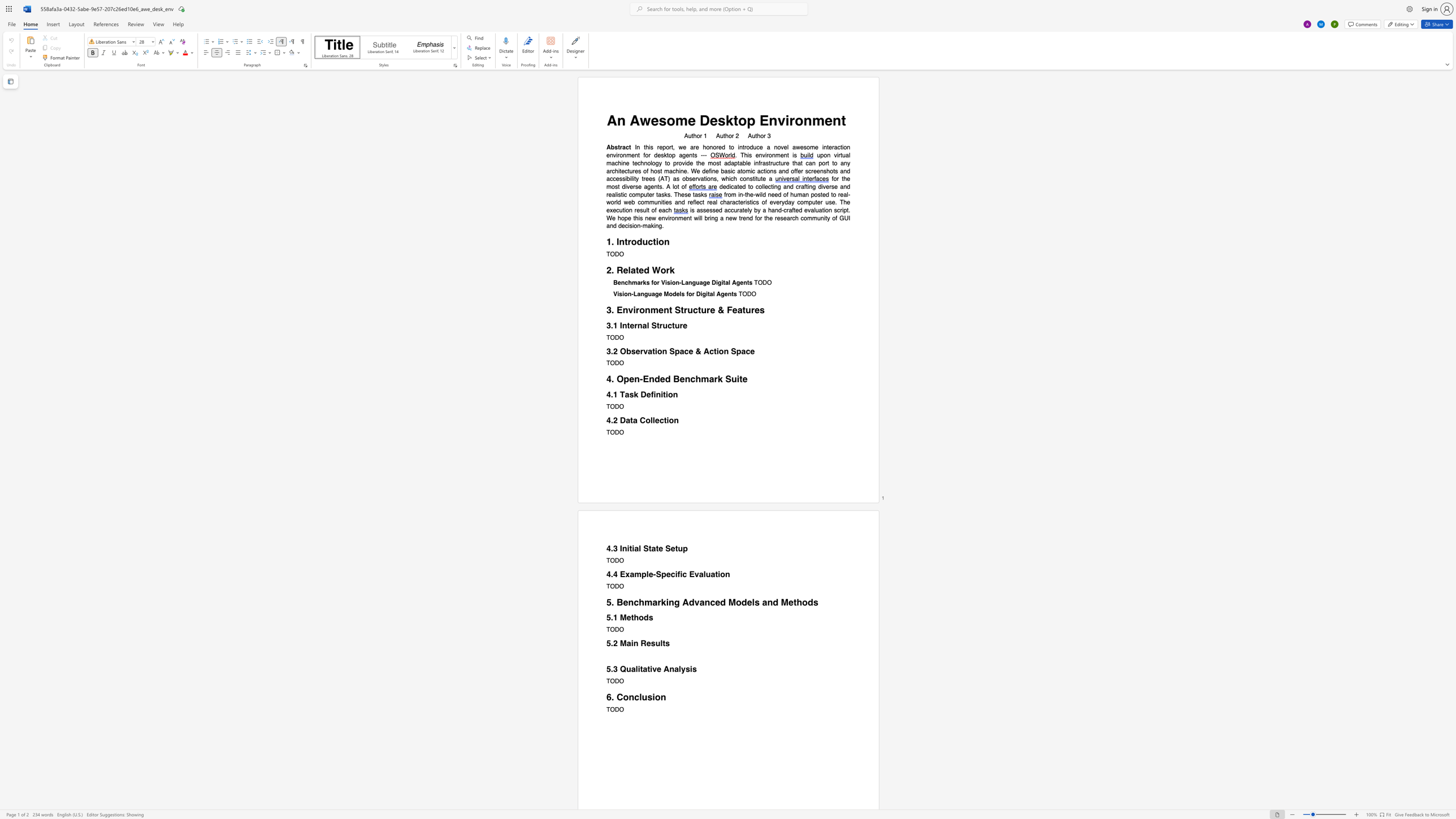 The height and width of the screenshot is (819, 1456). What do you see at coordinates (812, 218) in the screenshot?
I see `the space between the continuous character "m" and "m" in the text` at bounding box center [812, 218].